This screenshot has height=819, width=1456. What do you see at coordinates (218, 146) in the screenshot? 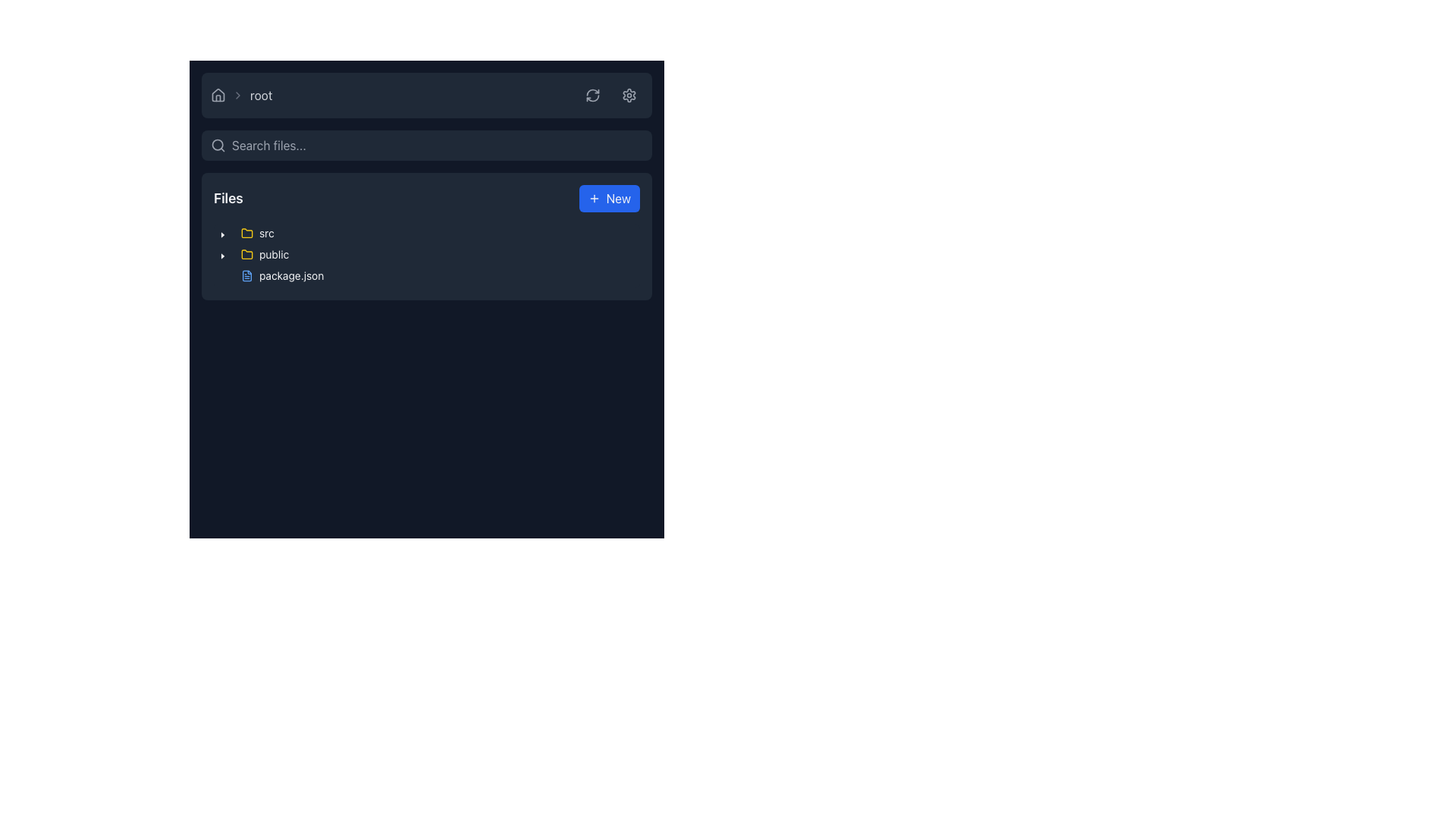
I see `the search icon positioned at the leftmost side of the search input field` at bounding box center [218, 146].